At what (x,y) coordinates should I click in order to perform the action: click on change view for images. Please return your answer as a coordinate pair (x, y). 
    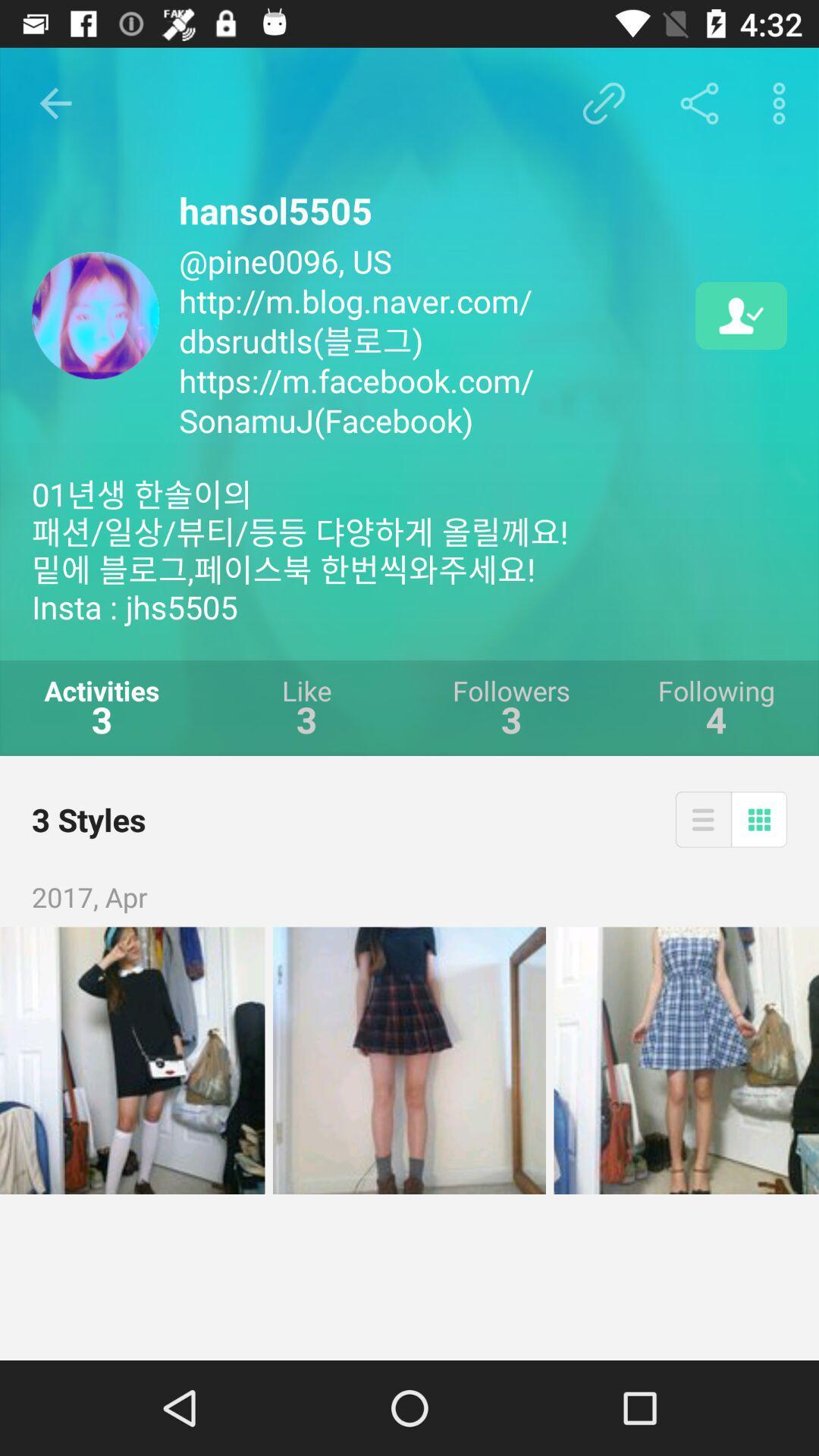
    Looking at the image, I should click on (703, 818).